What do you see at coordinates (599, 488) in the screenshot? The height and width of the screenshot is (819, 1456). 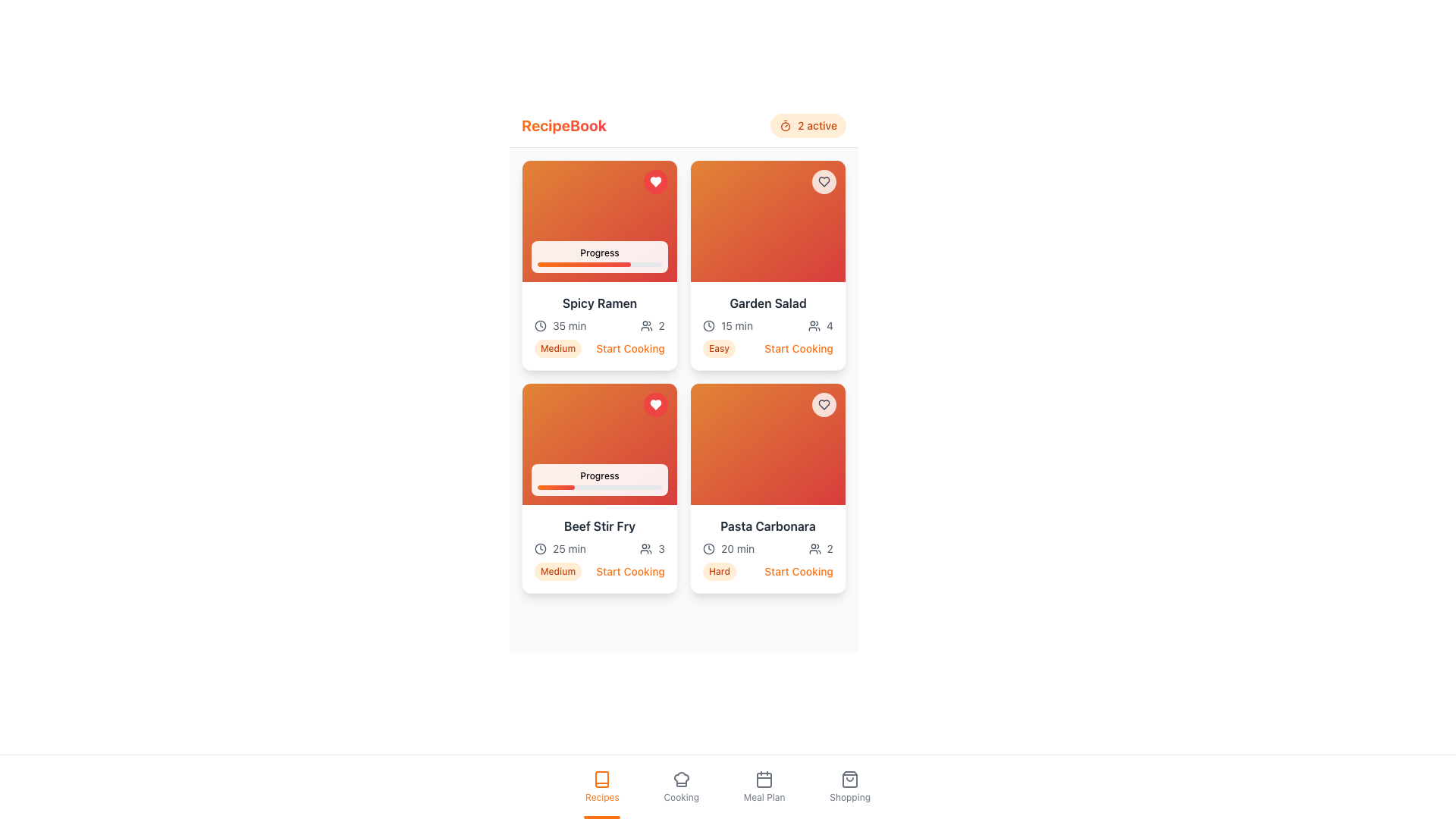 I see `the progress bar indicating the completion status of the 'Beef Stir Fry' recipe, located below the 'Progress' label` at bounding box center [599, 488].